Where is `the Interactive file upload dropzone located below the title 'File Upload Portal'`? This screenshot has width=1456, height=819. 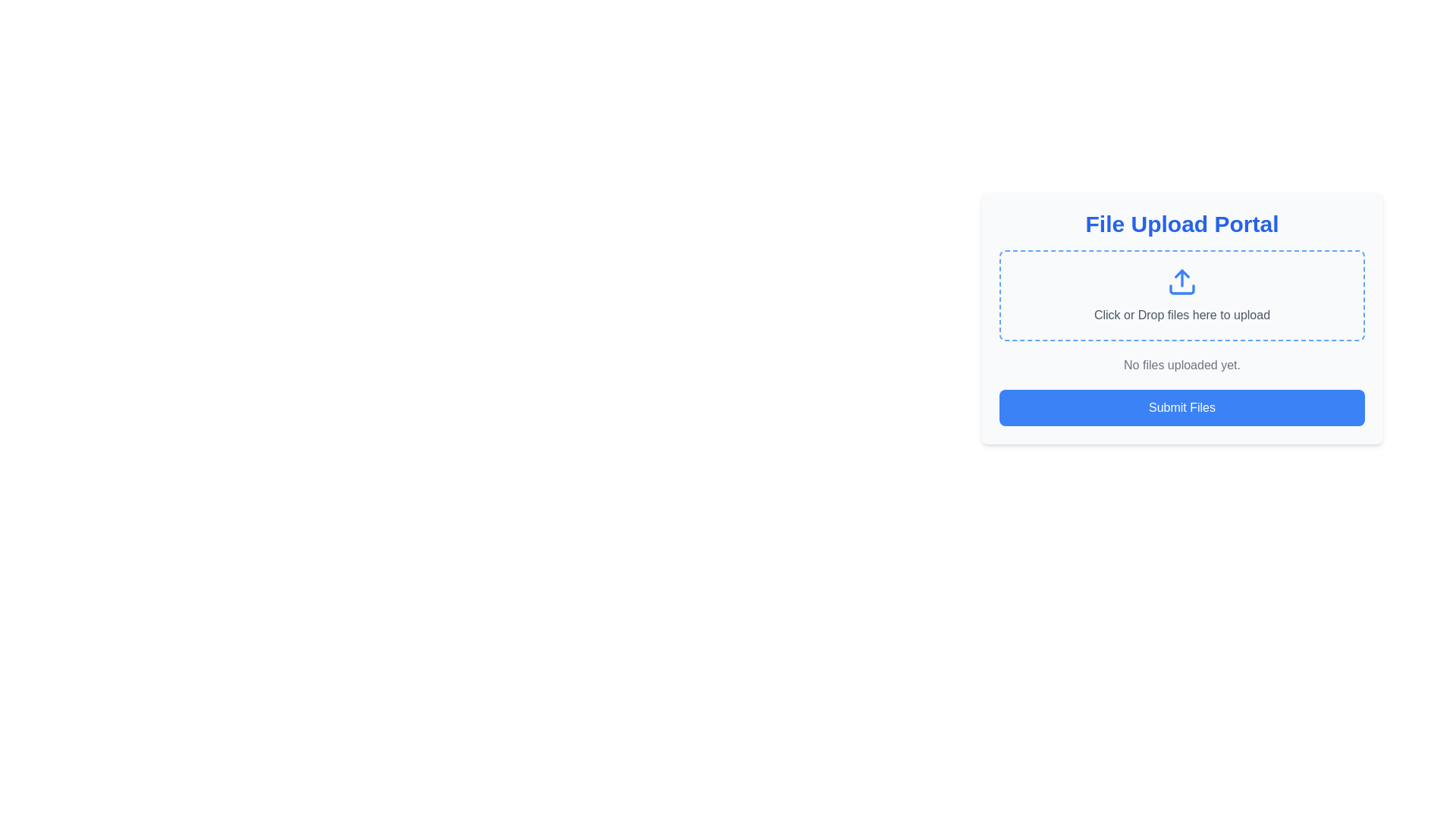 the Interactive file upload dropzone located below the title 'File Upload Portal' is located at coordinates (1181, 295).